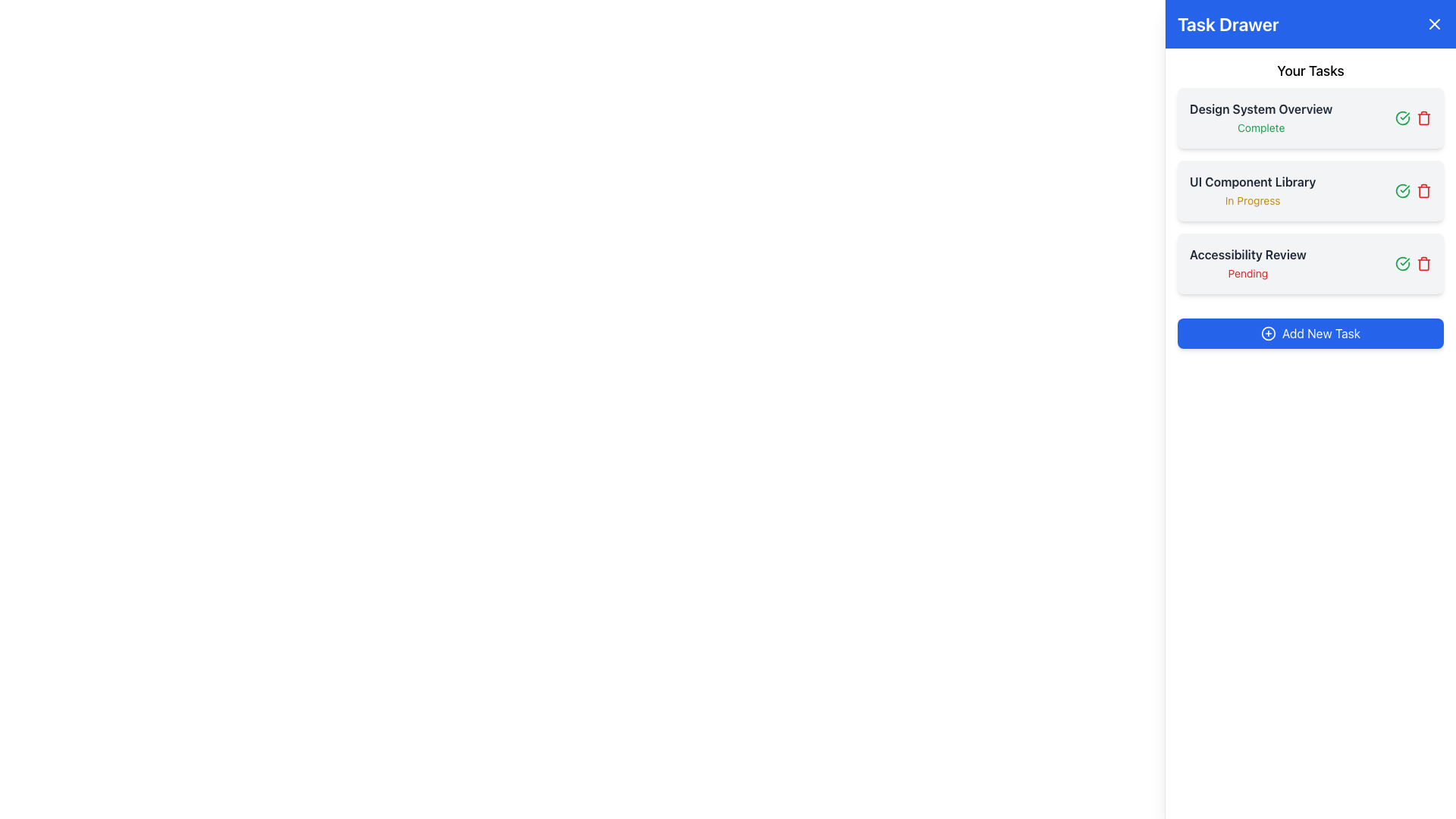 This screenshot has width=1456, height=819. I want to click on the delete button icon, which is the third icon in the horizontal layout of action buttons to the far right of the 'Accessibility Review' task item in the task drawer, so click(1423, 262).